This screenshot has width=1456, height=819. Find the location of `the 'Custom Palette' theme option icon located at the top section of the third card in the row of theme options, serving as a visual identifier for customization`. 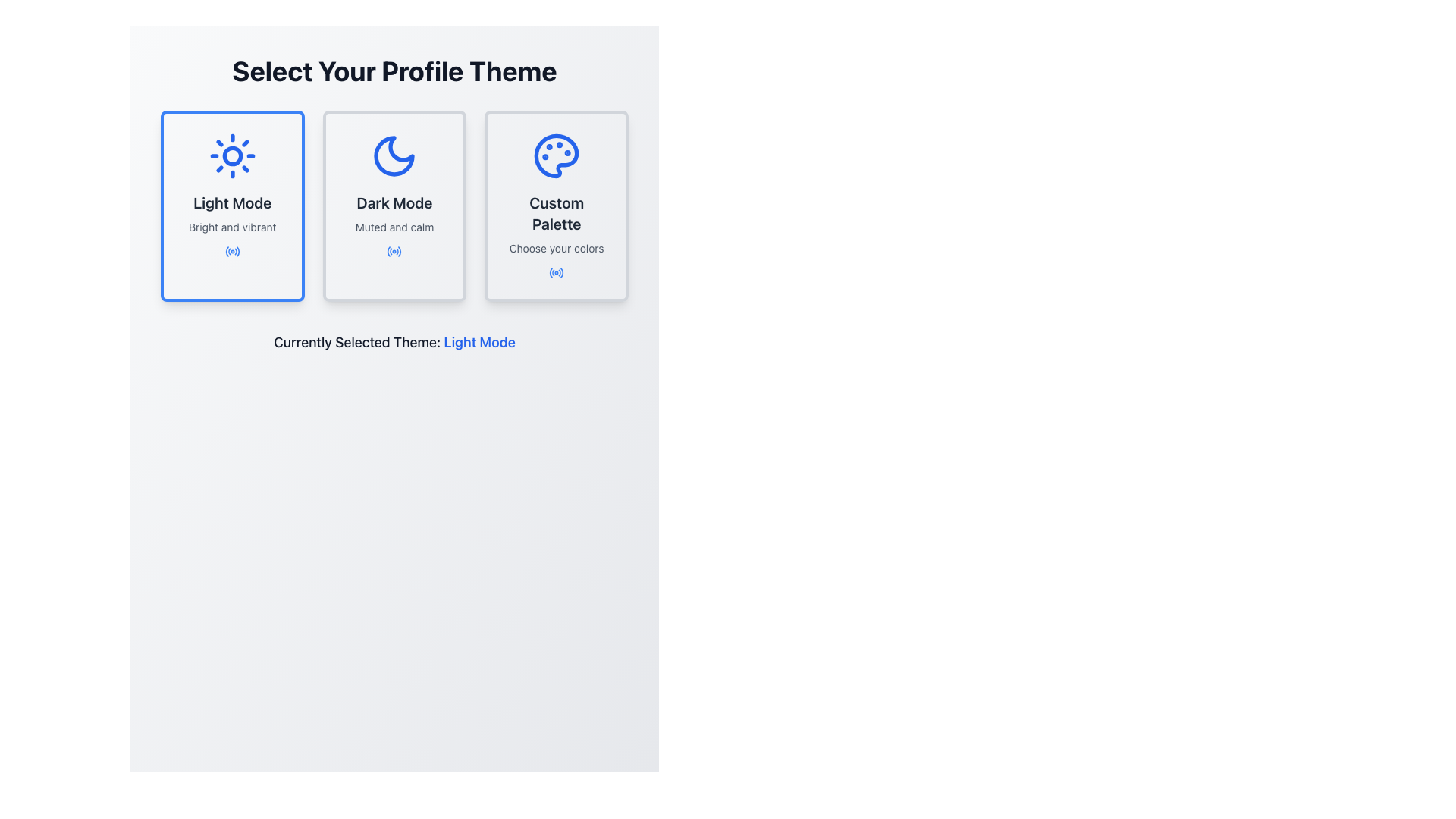

the 'Custom Palette' theme option icon located at the top section of the third card in the row of theme options, serving as a visual identifier for customization is located at coordinates (556, 155).